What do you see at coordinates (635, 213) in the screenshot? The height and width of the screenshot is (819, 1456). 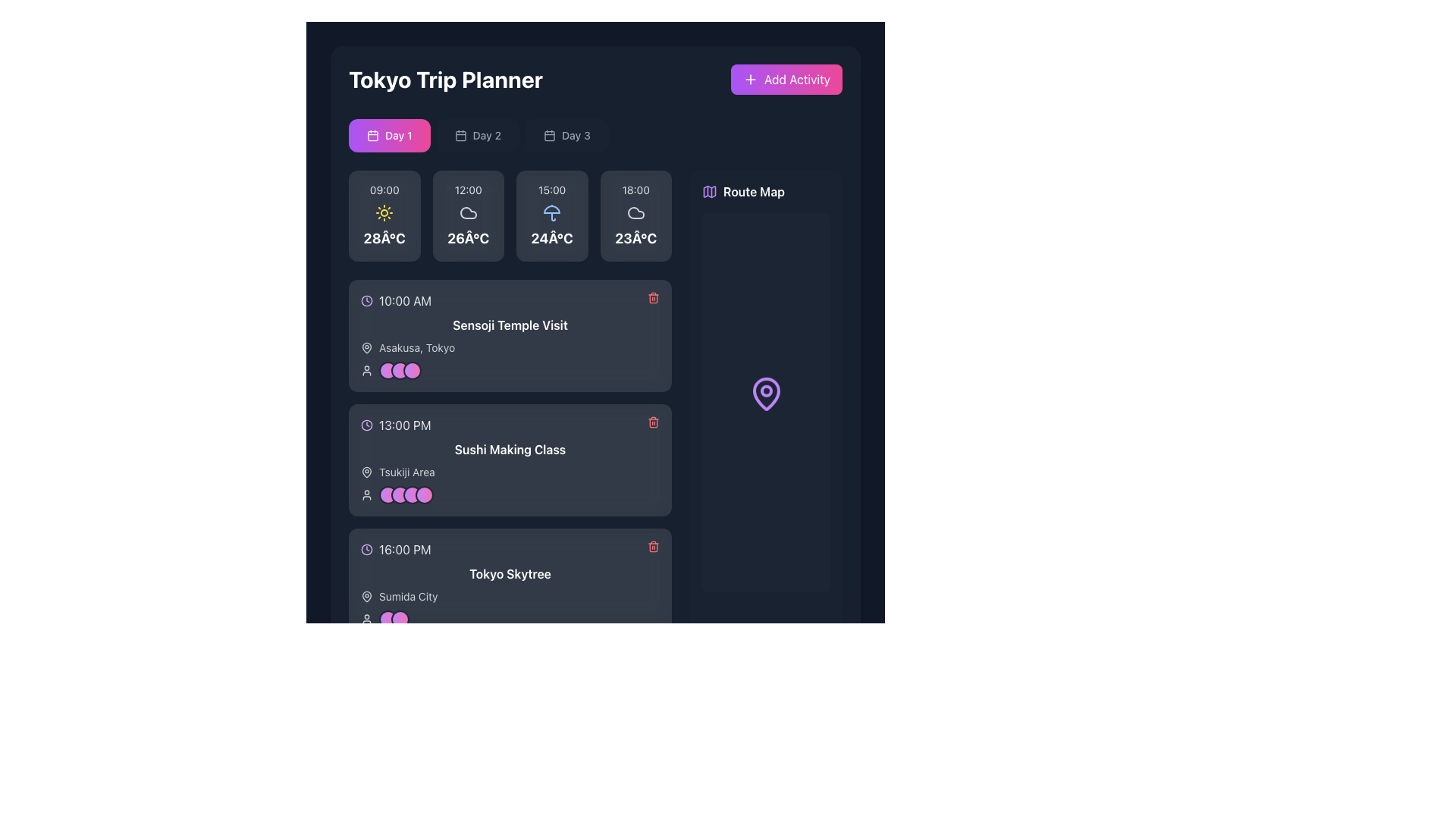 I see `the cloud-shaped icon representing cloudy weather at 18:00, which is located centrally beneath the '18:00' text and above the '23°C' text within the fourth weather card` at bounding box center [635, 213].